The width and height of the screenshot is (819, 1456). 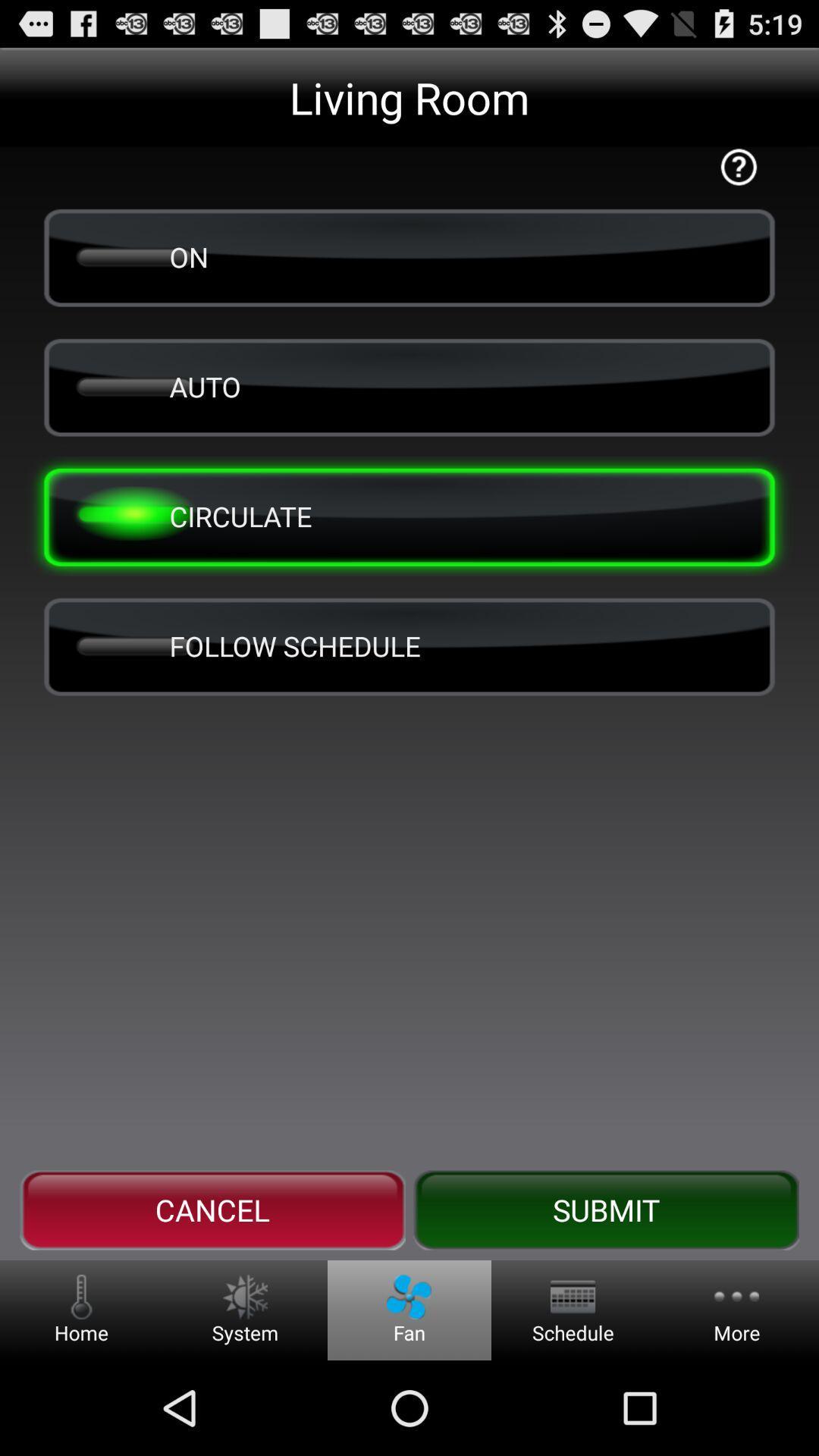 What do you see at coordinates (409, 386) in the screenshot?
I see `auto icon` at bounding box center [409, 386].